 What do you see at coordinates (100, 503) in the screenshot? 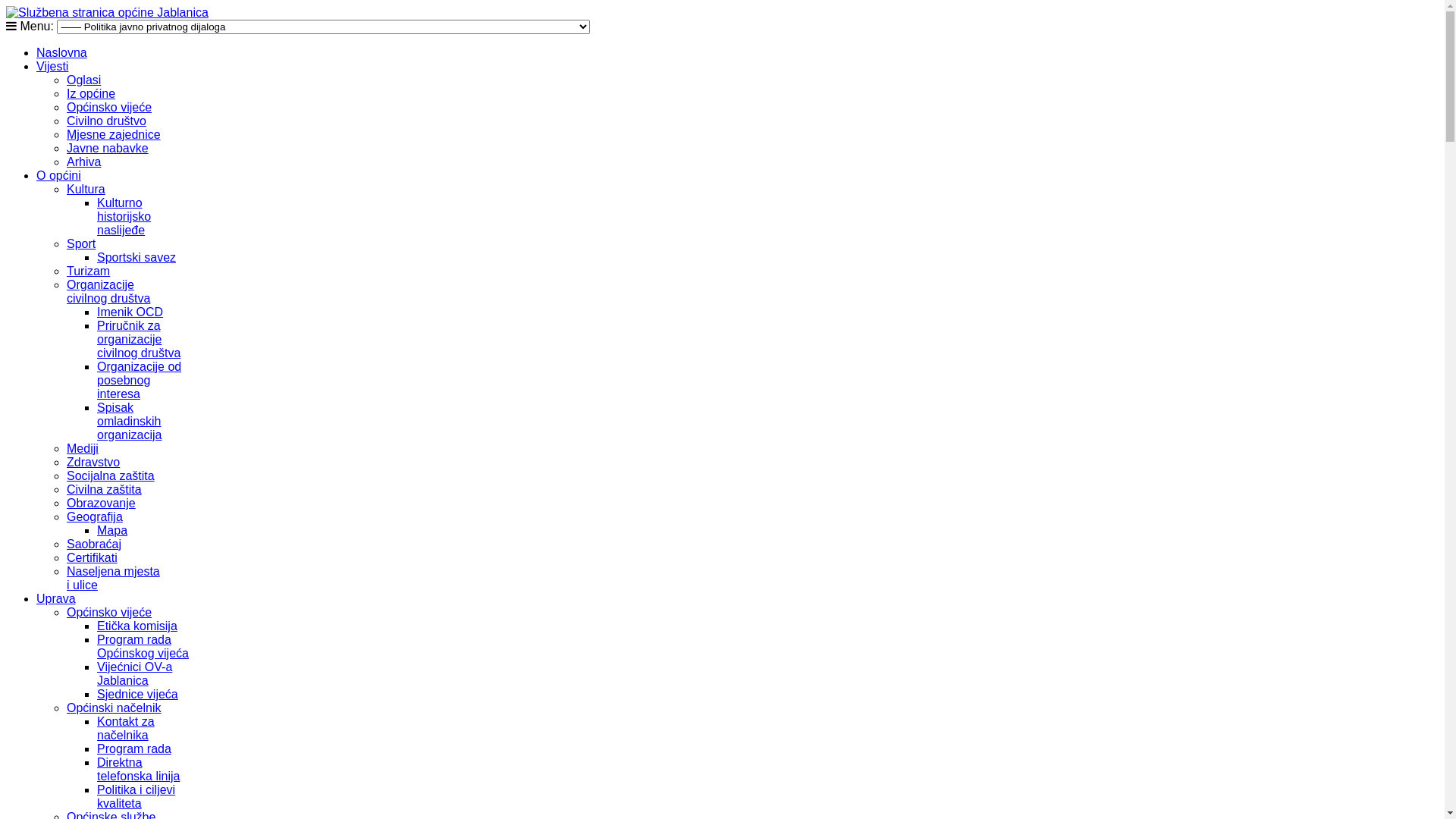
I see `'Obrazovanje'` at bounding box center [100, 503].